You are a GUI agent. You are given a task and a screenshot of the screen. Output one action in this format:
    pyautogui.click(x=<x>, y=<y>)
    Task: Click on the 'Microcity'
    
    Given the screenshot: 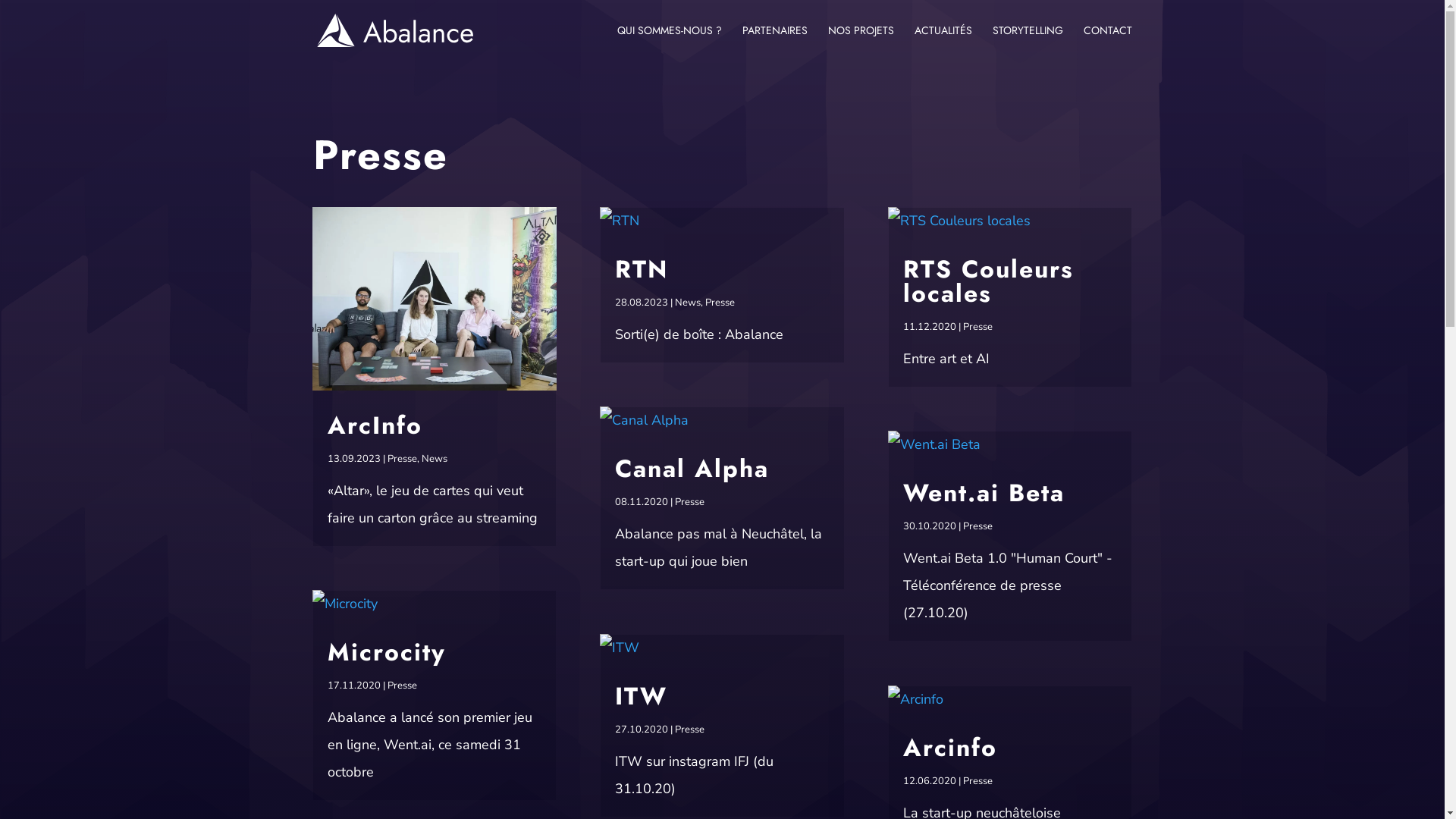 What is the action you would take?
    pyautogui.click(x=386, y=651)
    